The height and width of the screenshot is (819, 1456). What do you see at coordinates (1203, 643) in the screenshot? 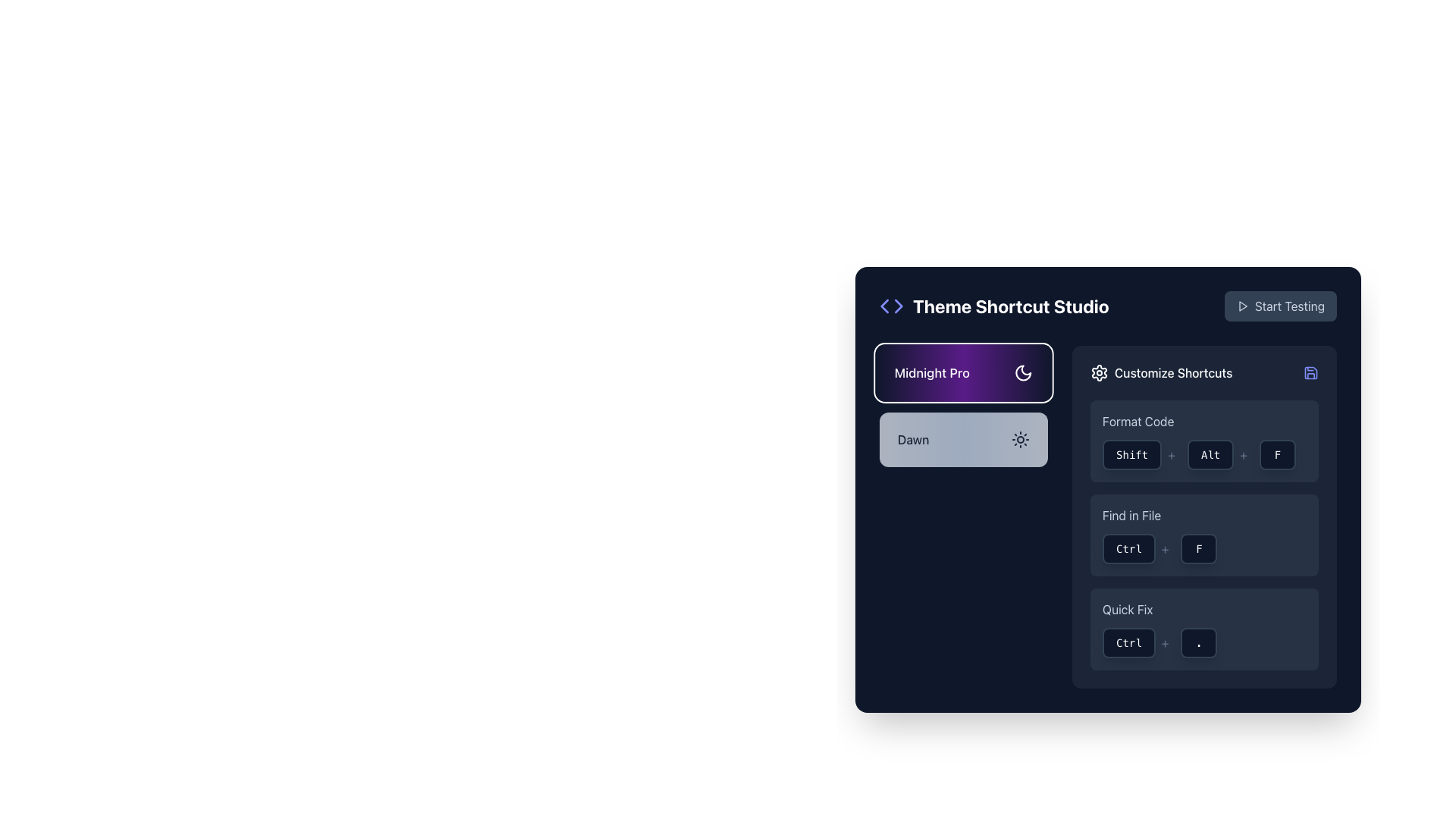
I see `the content of the text label displaying 'Ctrl+.' which is styled with a dark background and rounded corners, located in the bottom right section of the interface under the 'Quick Fix' card` at bounding box center [1203, 643].